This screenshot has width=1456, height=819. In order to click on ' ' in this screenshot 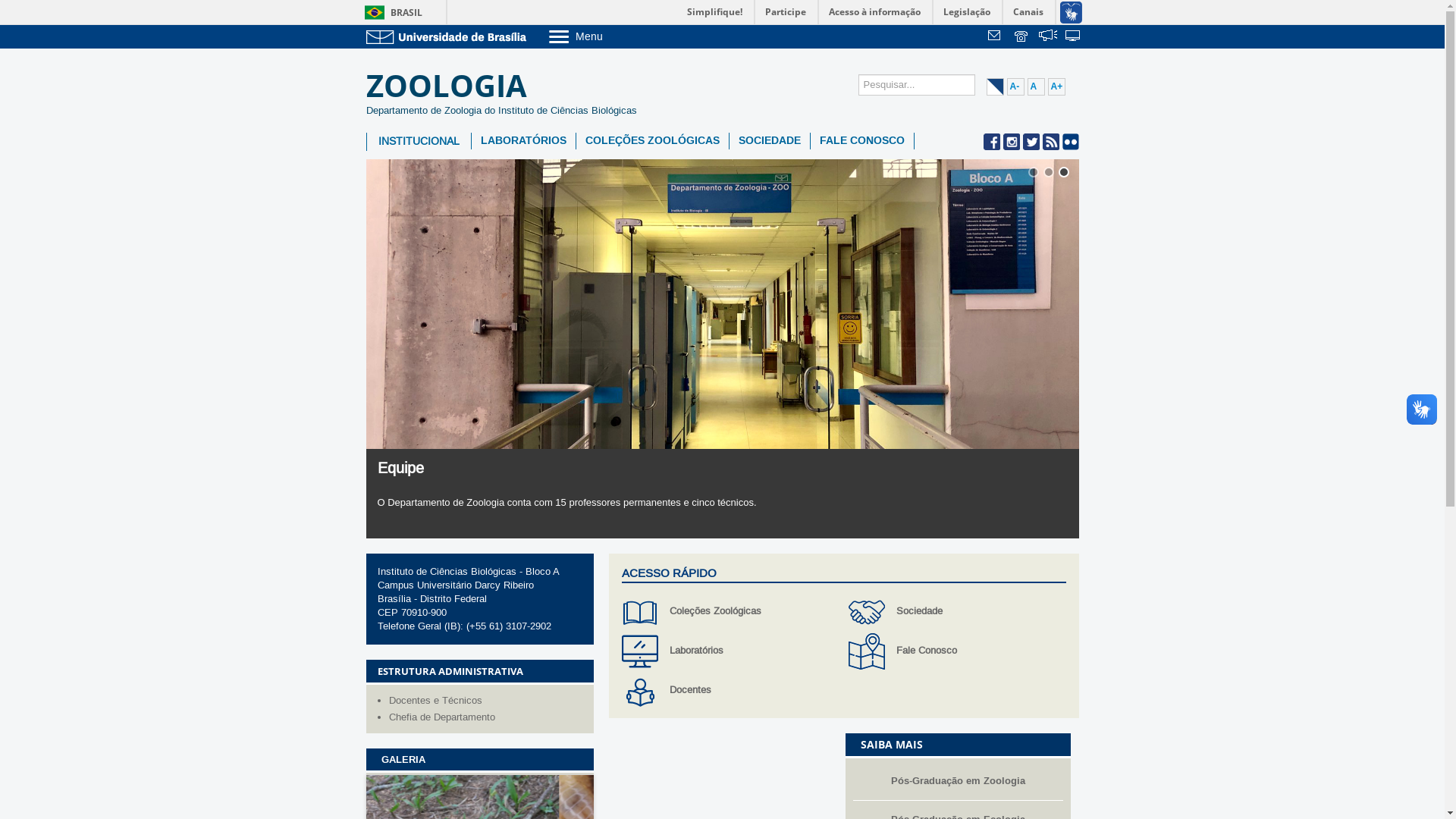, I will do `click(987, 36)`.